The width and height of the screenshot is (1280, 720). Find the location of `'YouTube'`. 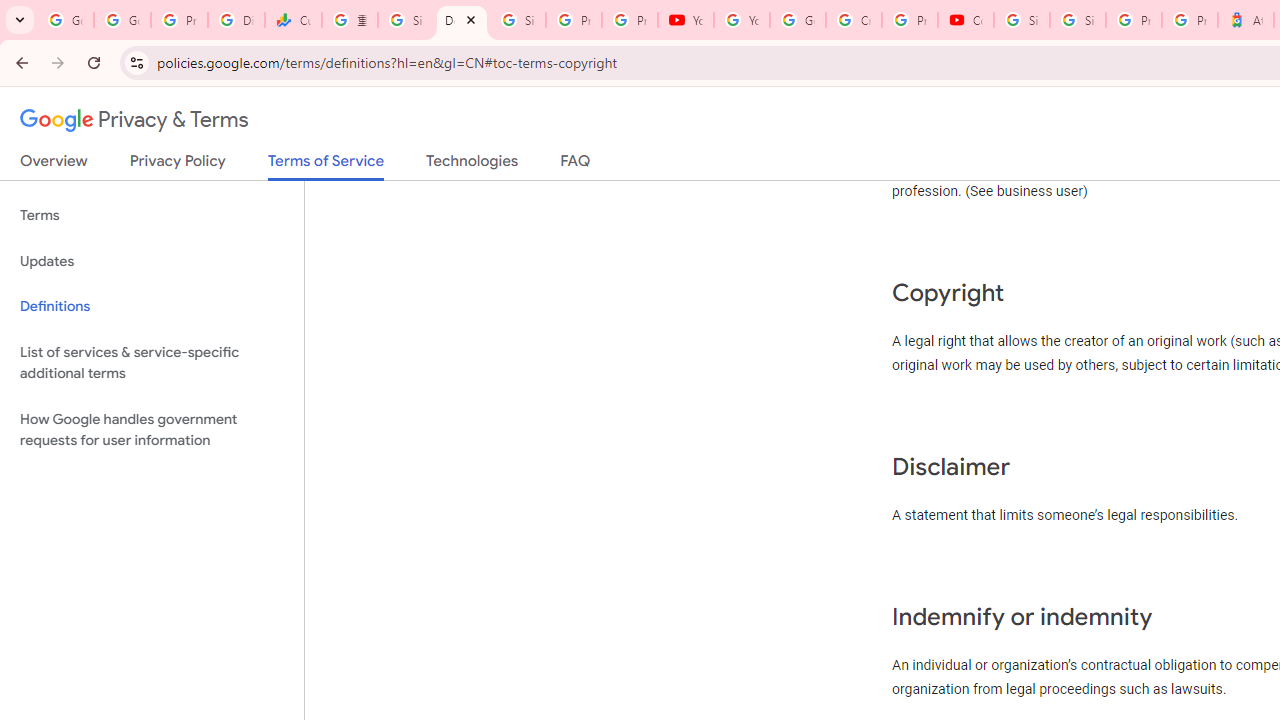

'YouTube' is located at coordinates (686, 20).